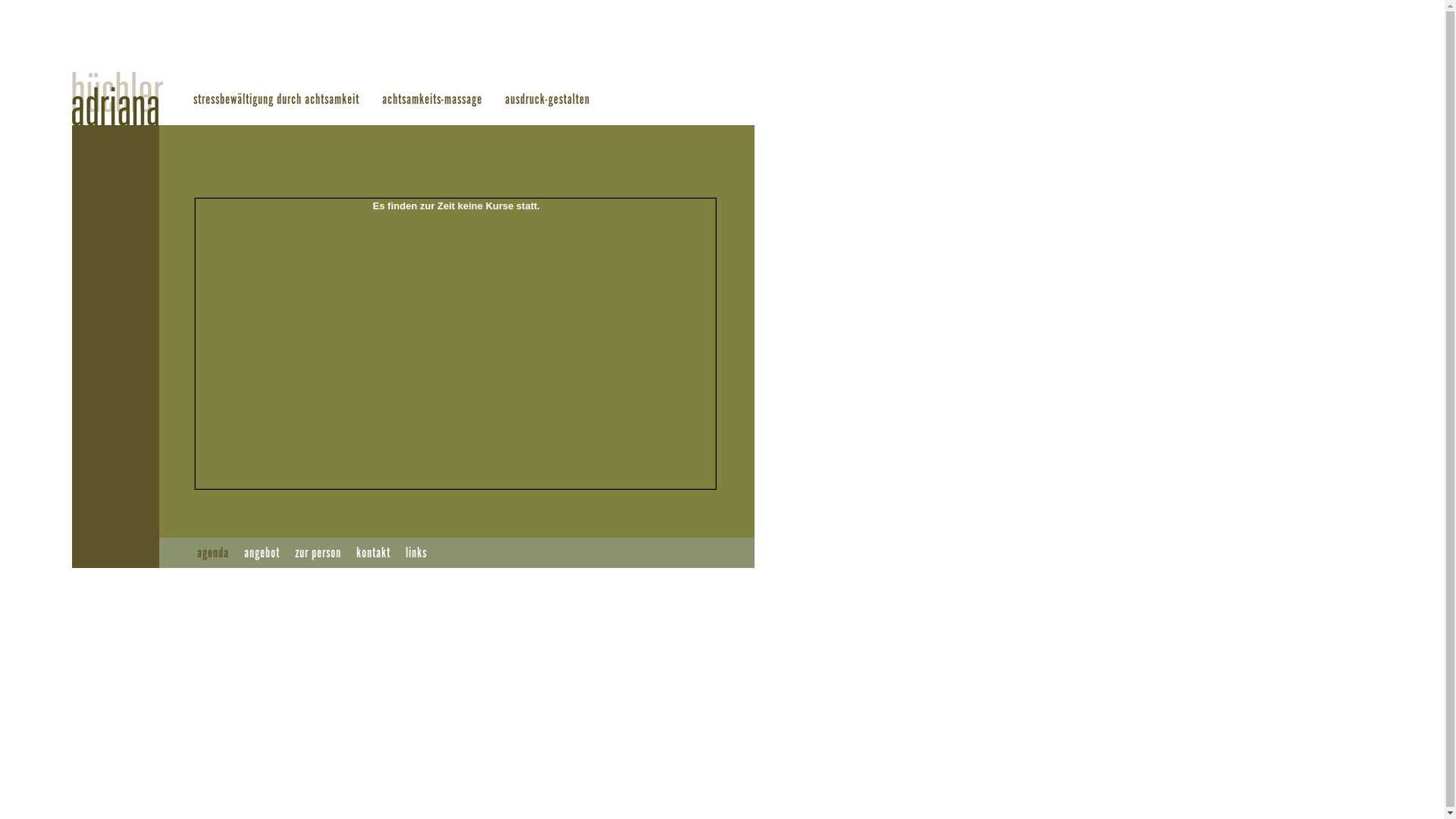 This screenshot has height=819, width=1456. What do you see at coordinates (431, 99) in the screenshot?
I see `'achtsamkeits-massage'` at bounding box center [431, 99].